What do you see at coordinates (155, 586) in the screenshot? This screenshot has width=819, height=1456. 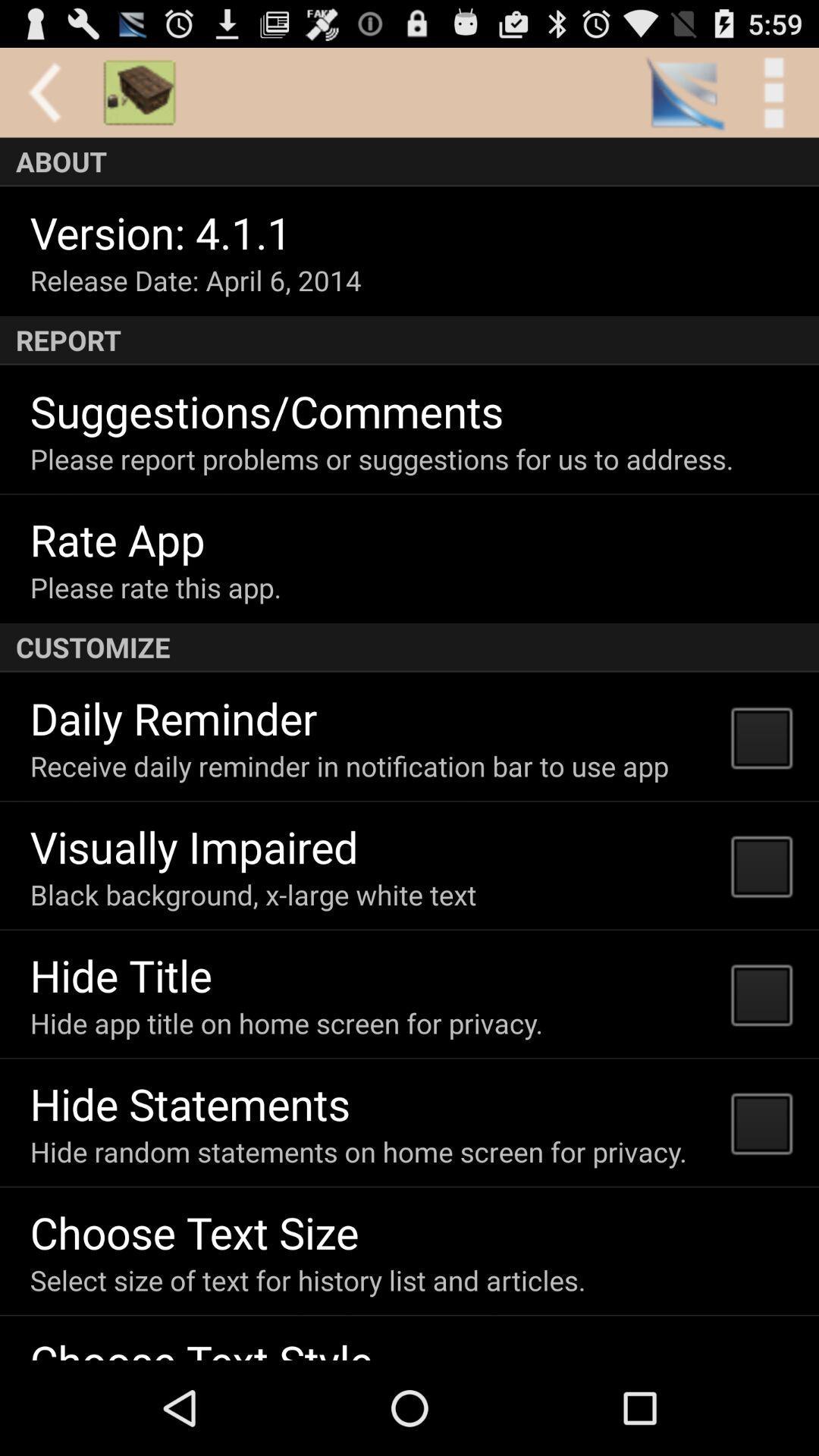 I see `the please rate this icon` at bounding box center [155, 586].